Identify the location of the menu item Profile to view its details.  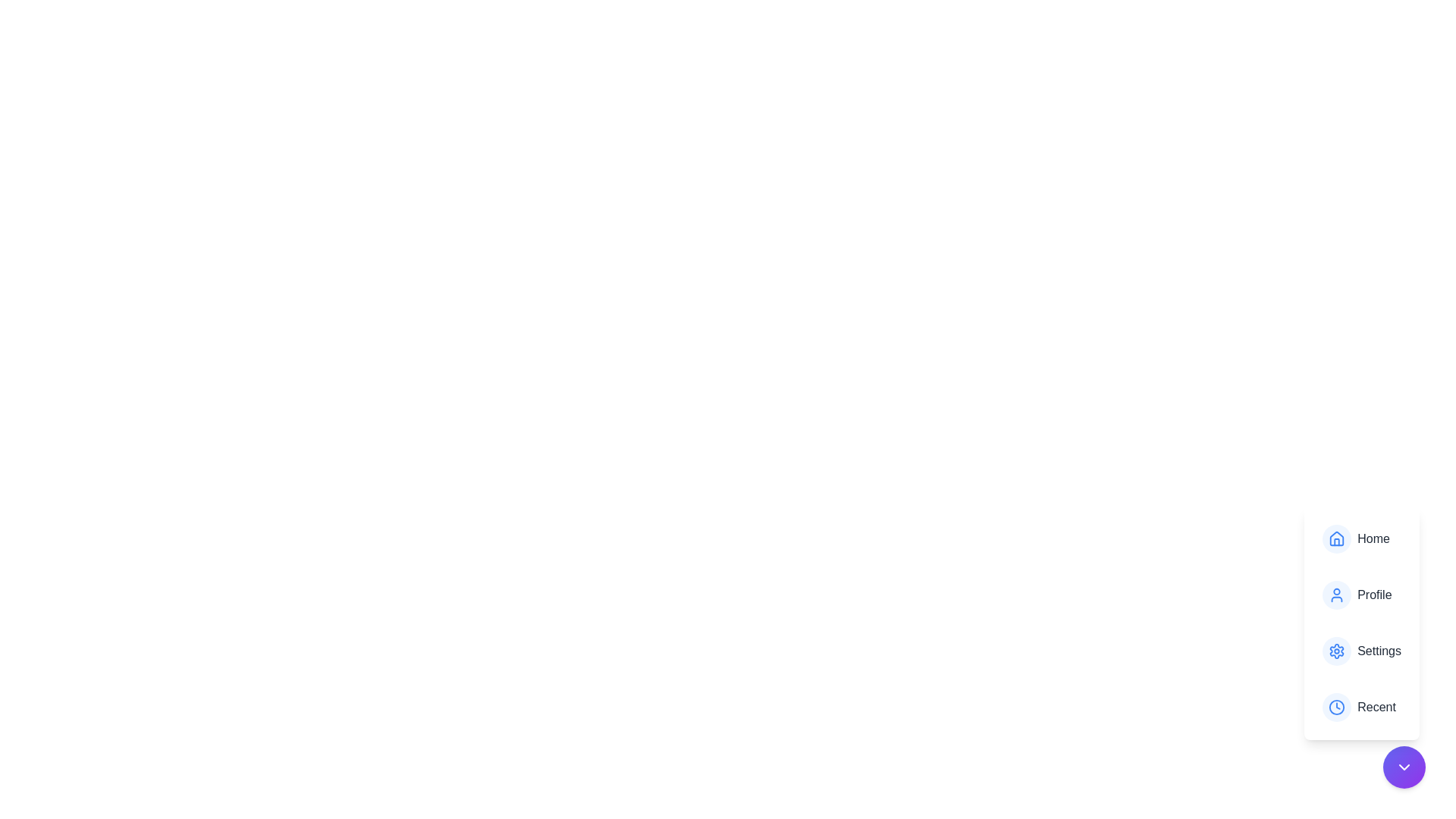
(1361, 595).